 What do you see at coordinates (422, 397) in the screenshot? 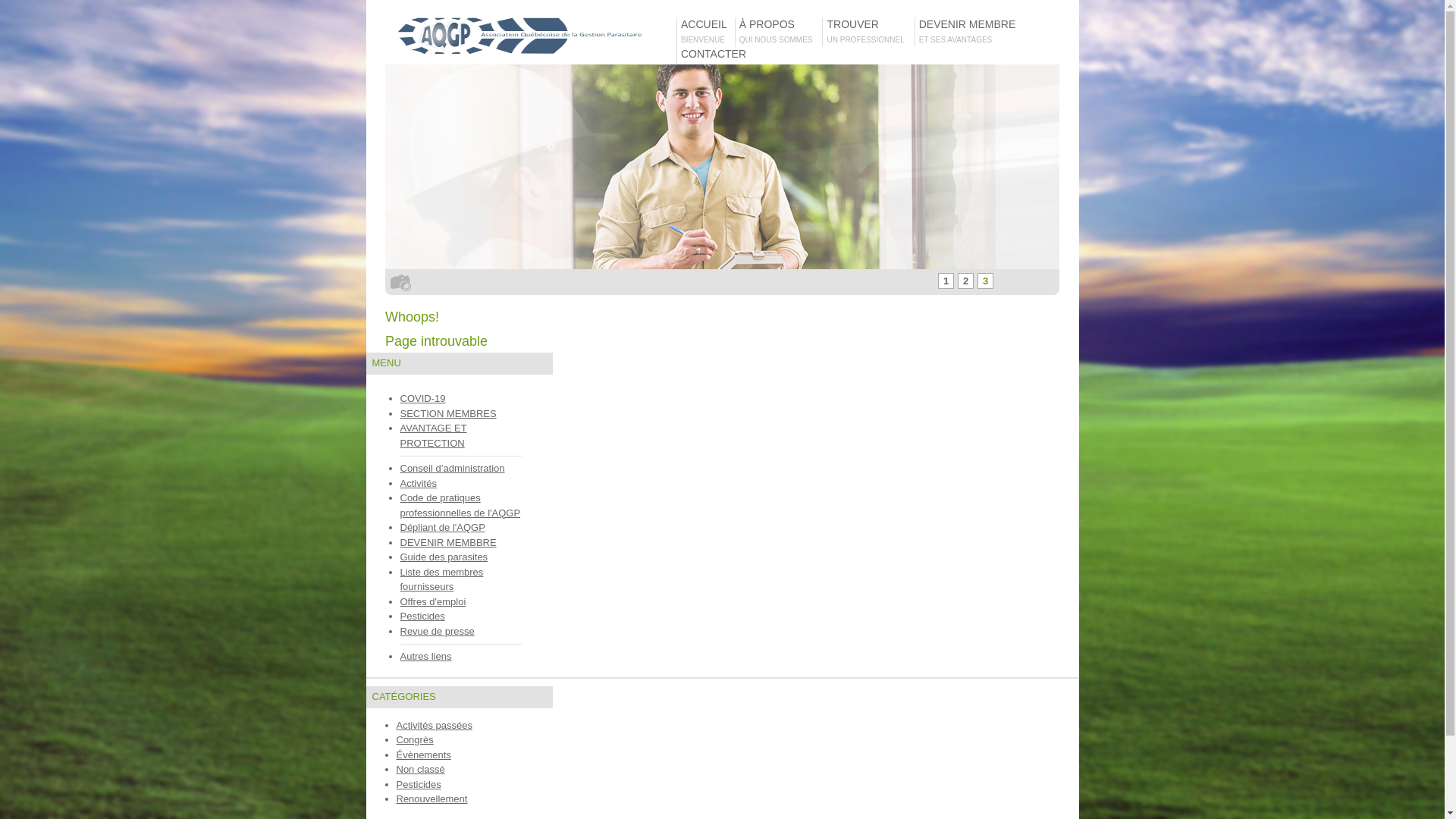
I see `'COVID-19'` at bounding box center [422, 397].